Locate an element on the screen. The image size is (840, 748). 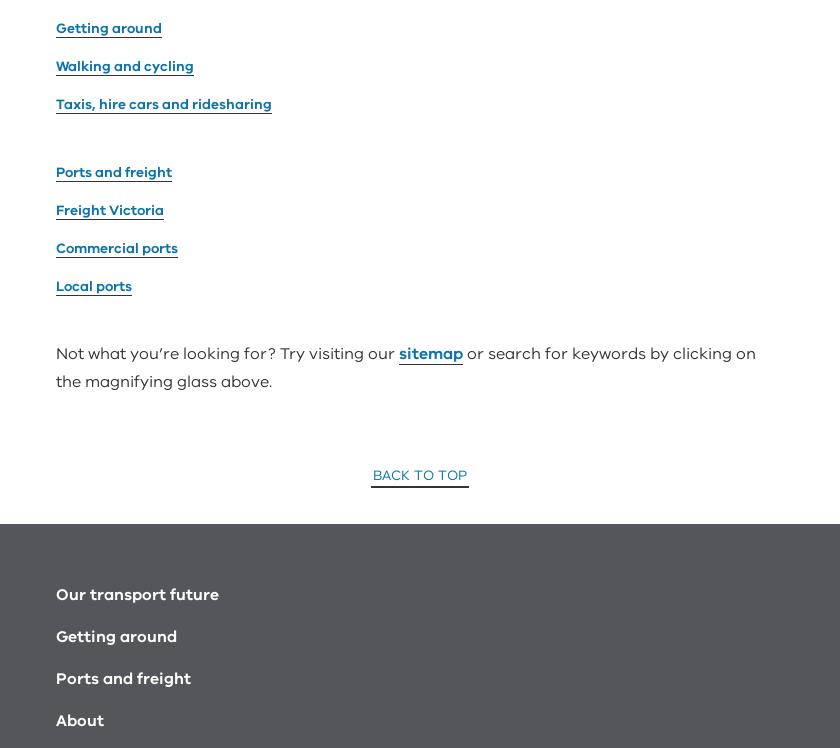
'Not what you’re looking for? Try visiting our' is located at coordinates (227, 125).